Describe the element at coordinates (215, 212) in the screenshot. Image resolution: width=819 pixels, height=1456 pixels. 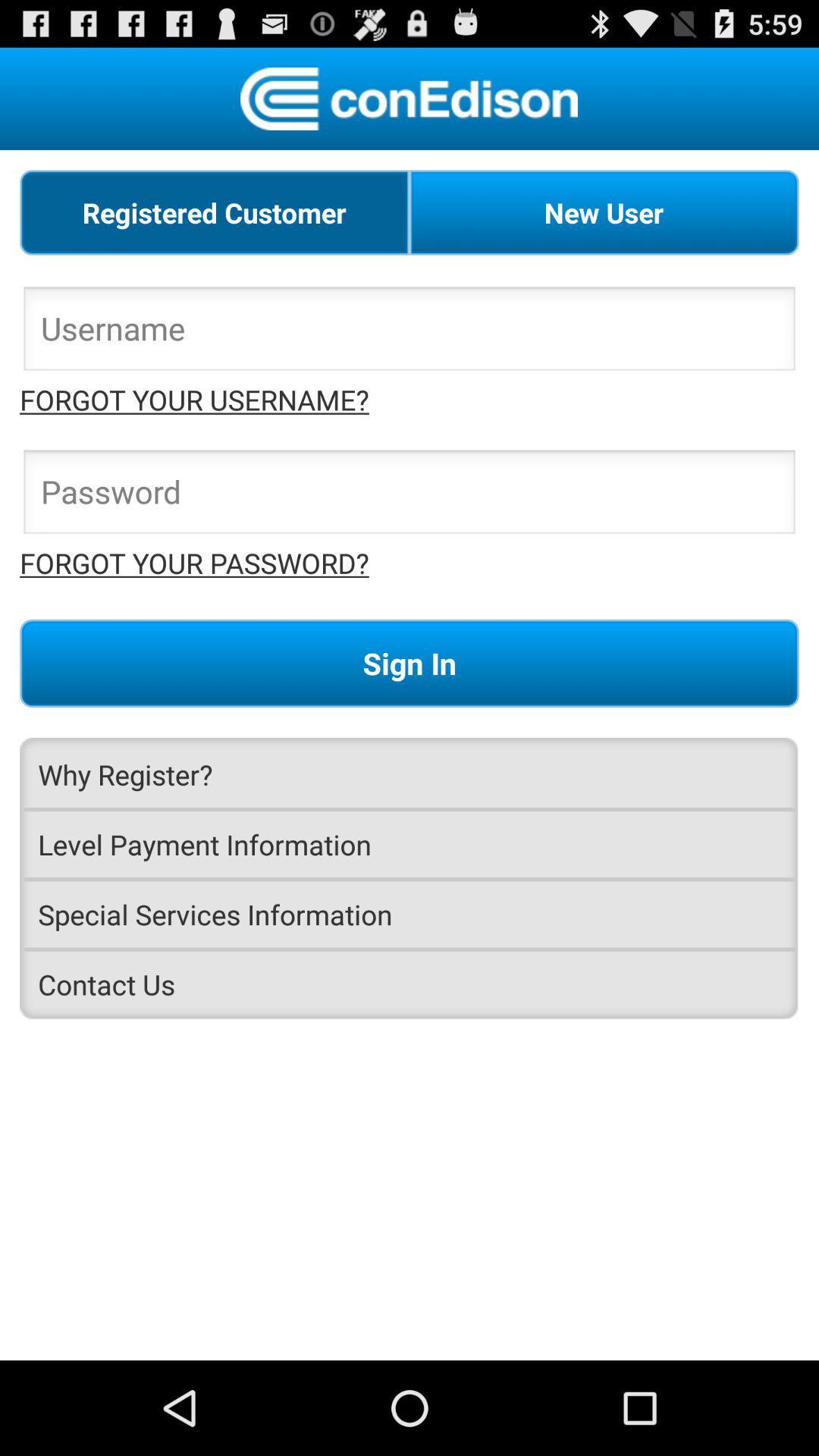
I see `item next to new user` at that location.